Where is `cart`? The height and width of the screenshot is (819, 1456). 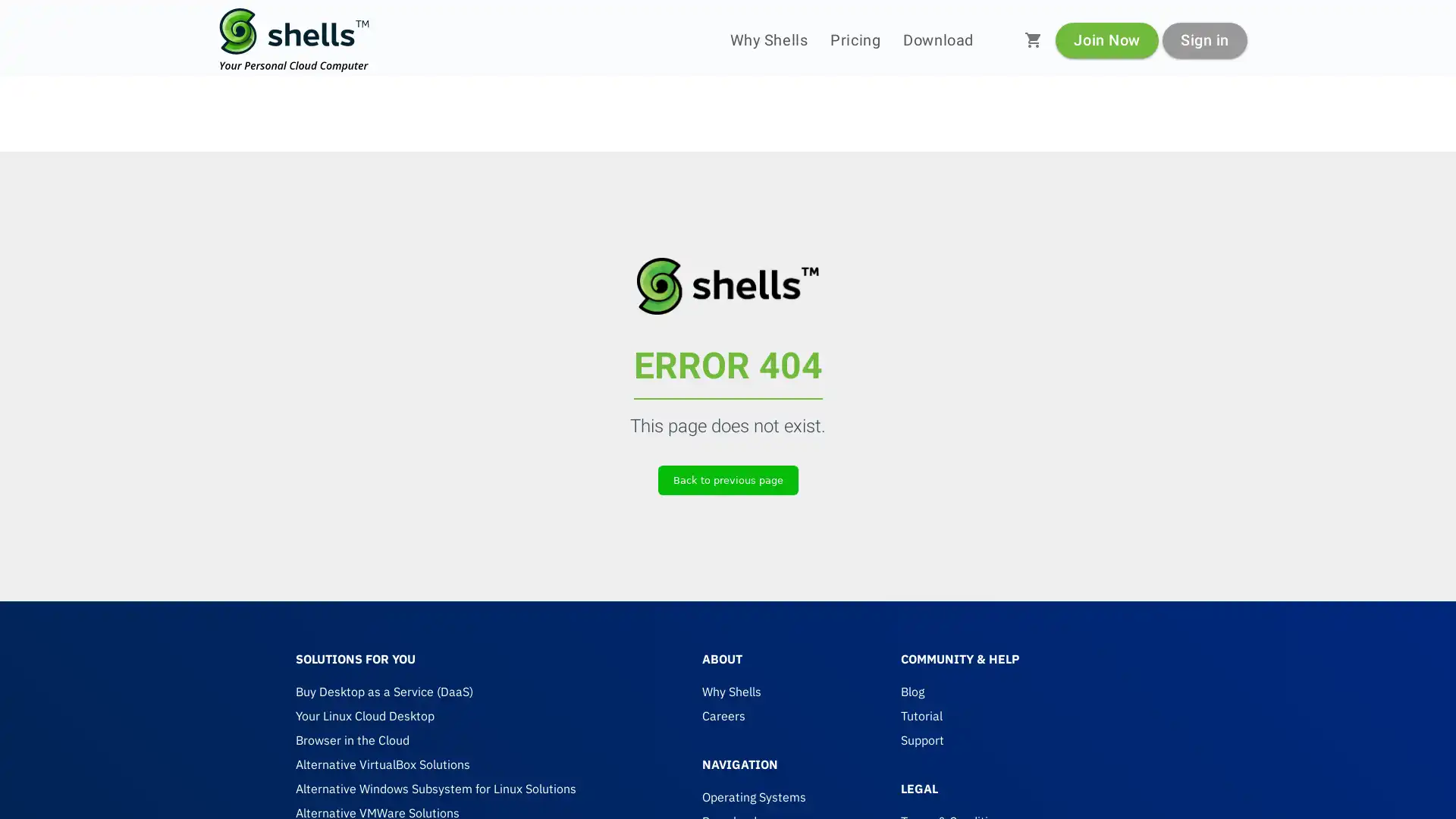
cart is located at coordinates (1033, 39).